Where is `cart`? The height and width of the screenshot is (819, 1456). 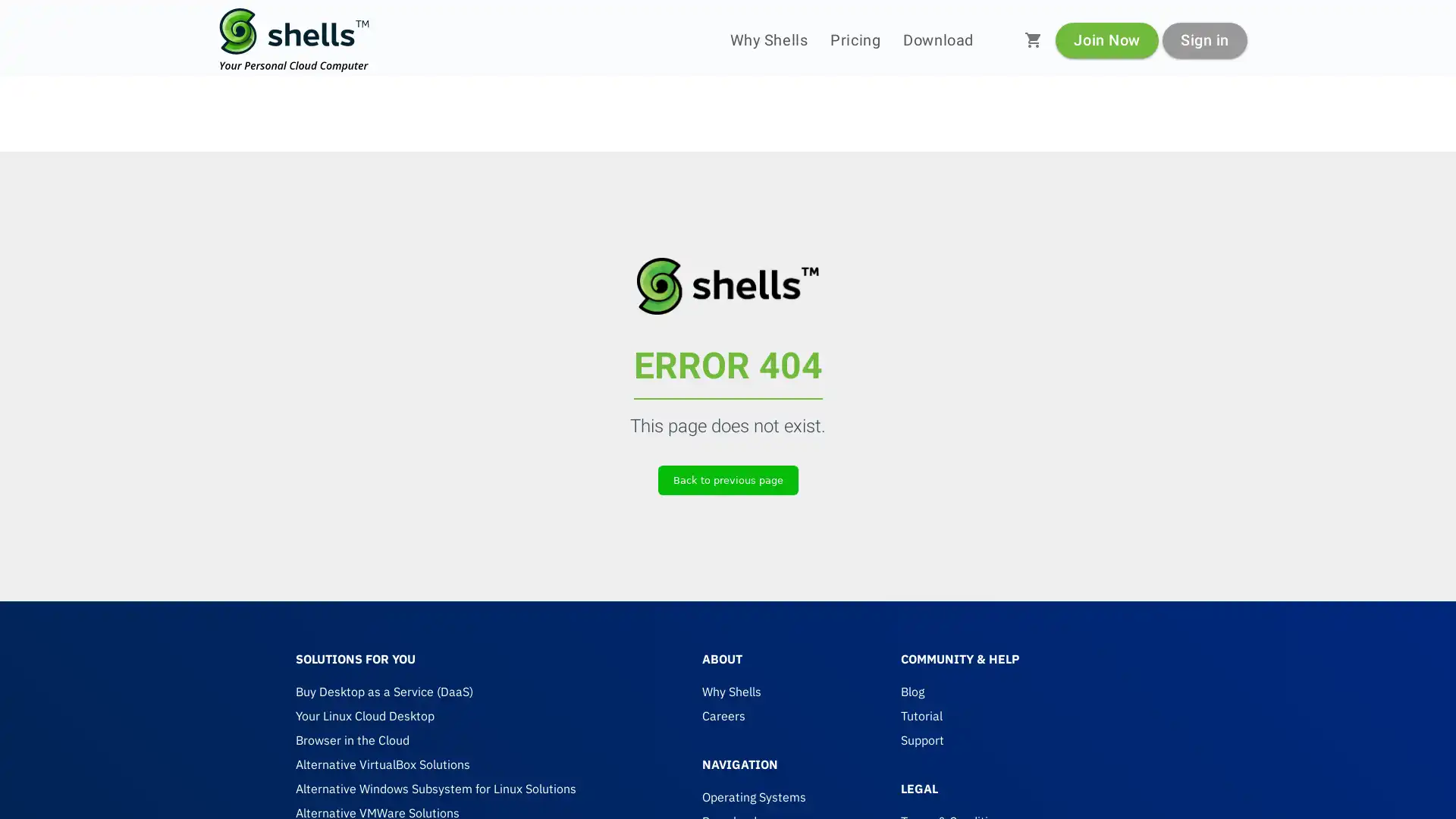
cart is located at coordinates (1033, 39).